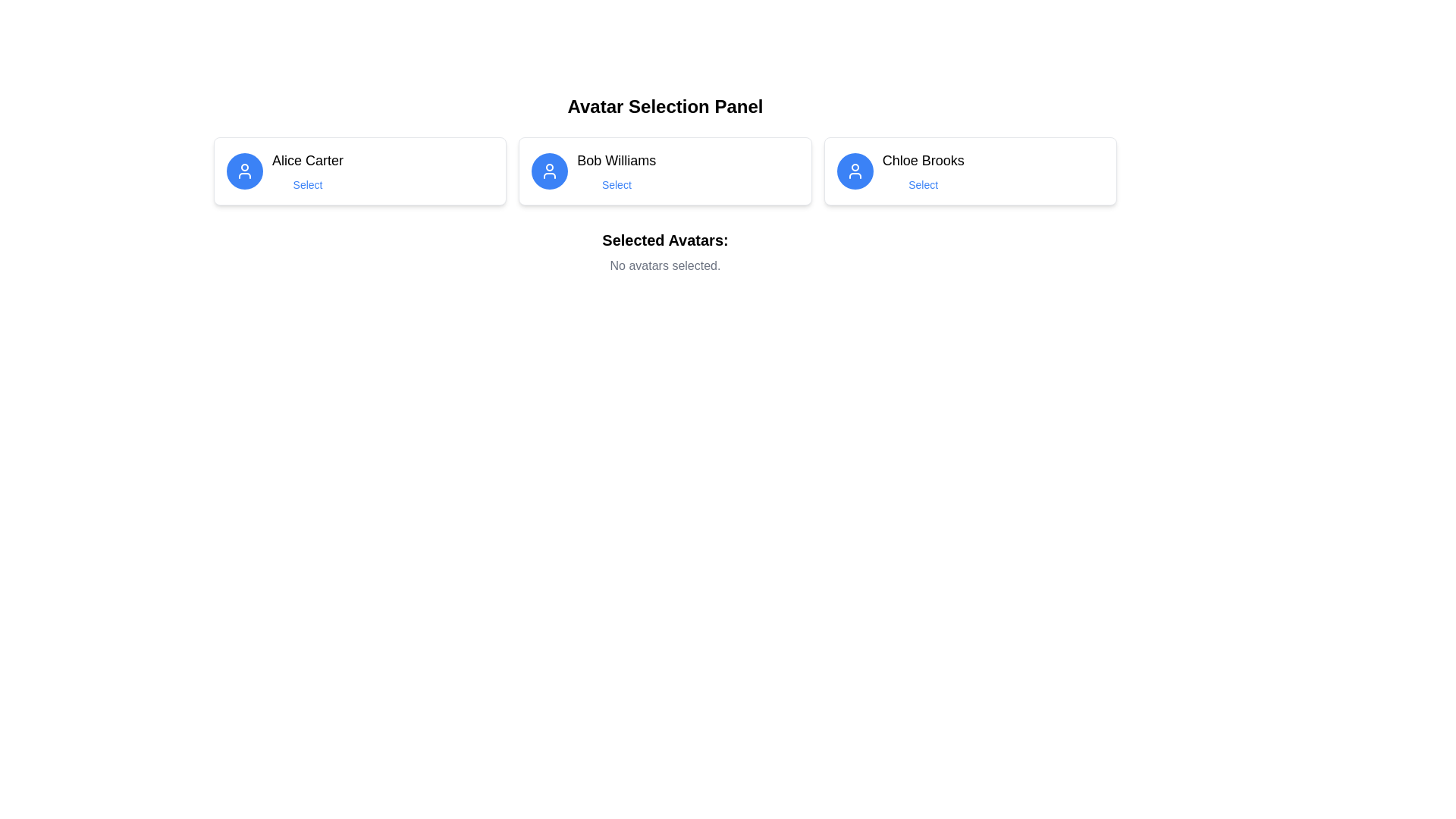 The height and width of the screenshot is (819, 1456). I want to click on the user avatar icon representing 'Alice Carter', which is the first avatar in a row of user cards, centered within a blue circular background, so click(244, 171).